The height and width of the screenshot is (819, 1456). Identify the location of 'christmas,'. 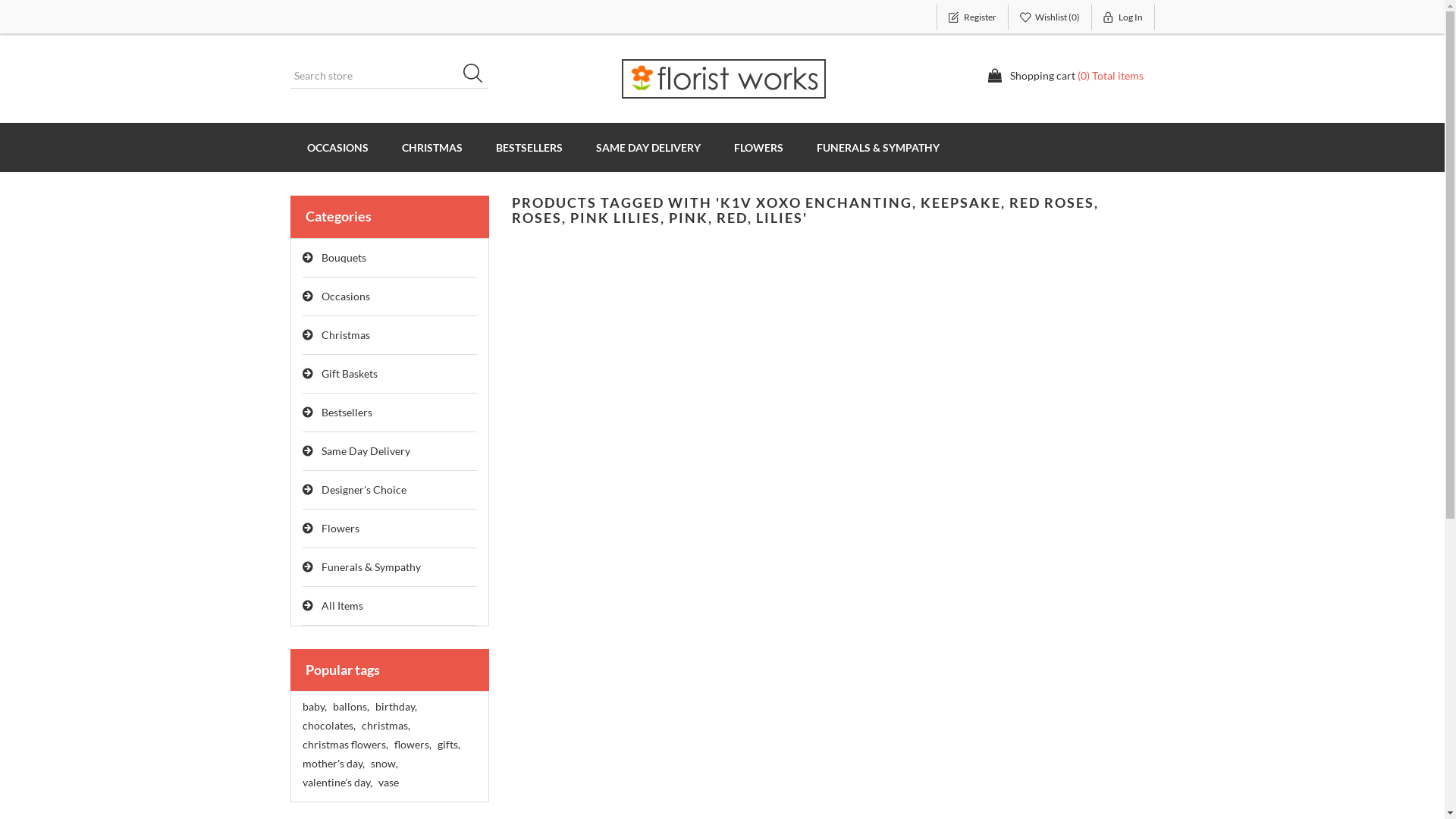
(359, 724).